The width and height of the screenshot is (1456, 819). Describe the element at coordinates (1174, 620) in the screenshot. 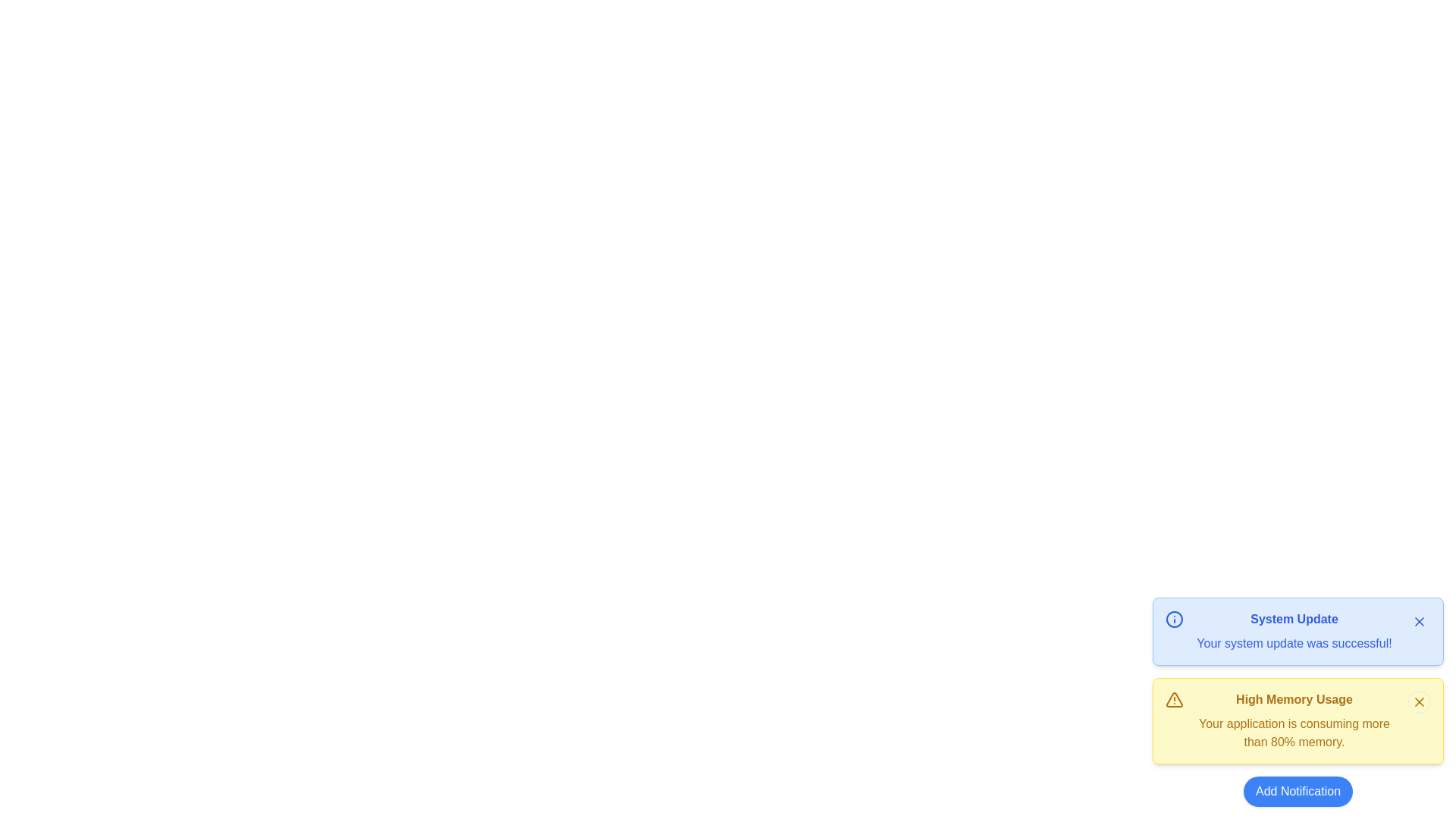

I see `the appearance of the informational icon located at the far left of the notification panel displaying 'System Update Your system update was successful!'` at that location.